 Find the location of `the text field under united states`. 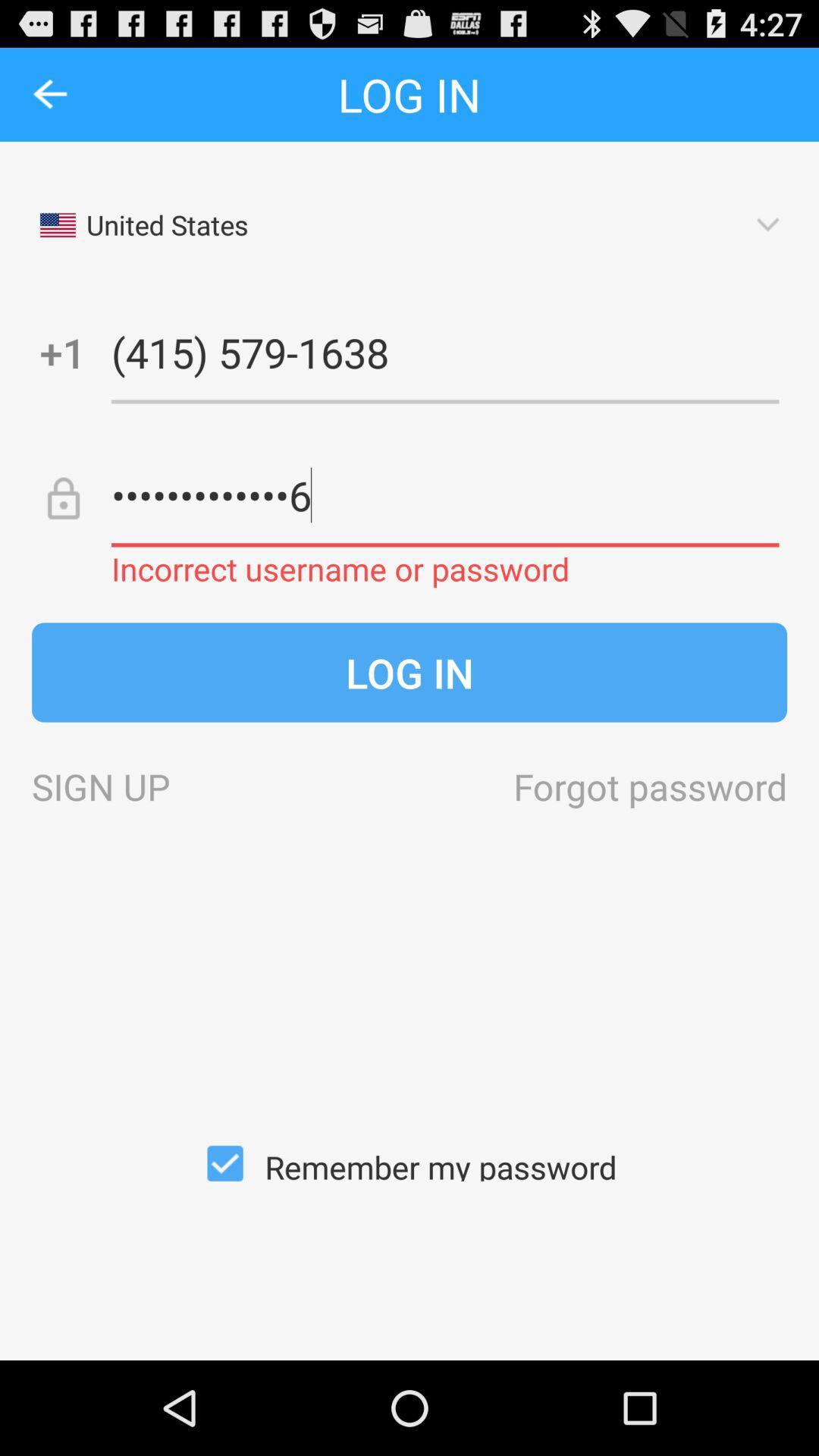

the text field under united states is located at coordinates (444, 351).